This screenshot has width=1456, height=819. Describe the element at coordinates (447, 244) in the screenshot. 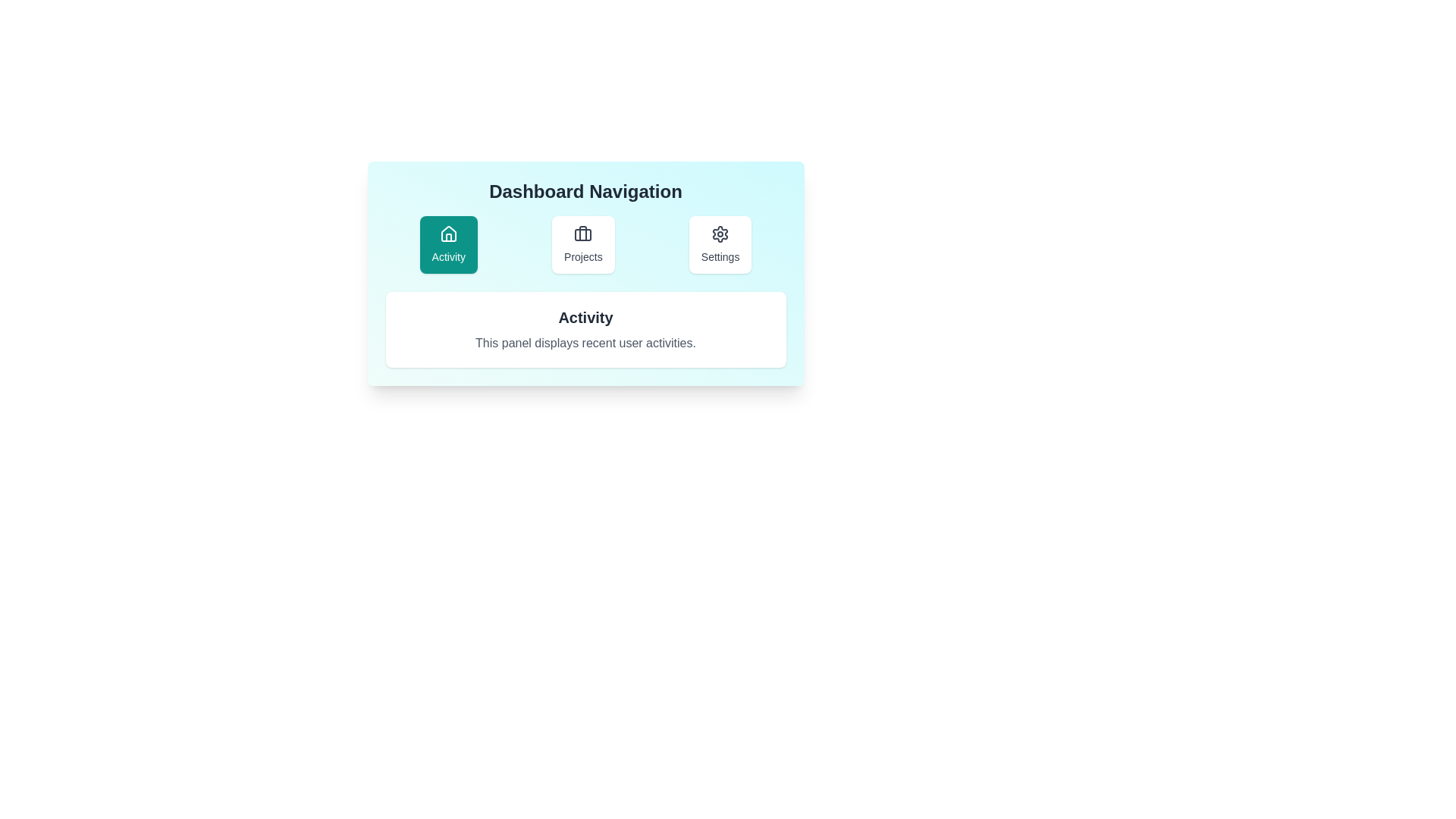

I see `the first button in the horizontal navigation bar that likely navigates to recent activities` at that location.